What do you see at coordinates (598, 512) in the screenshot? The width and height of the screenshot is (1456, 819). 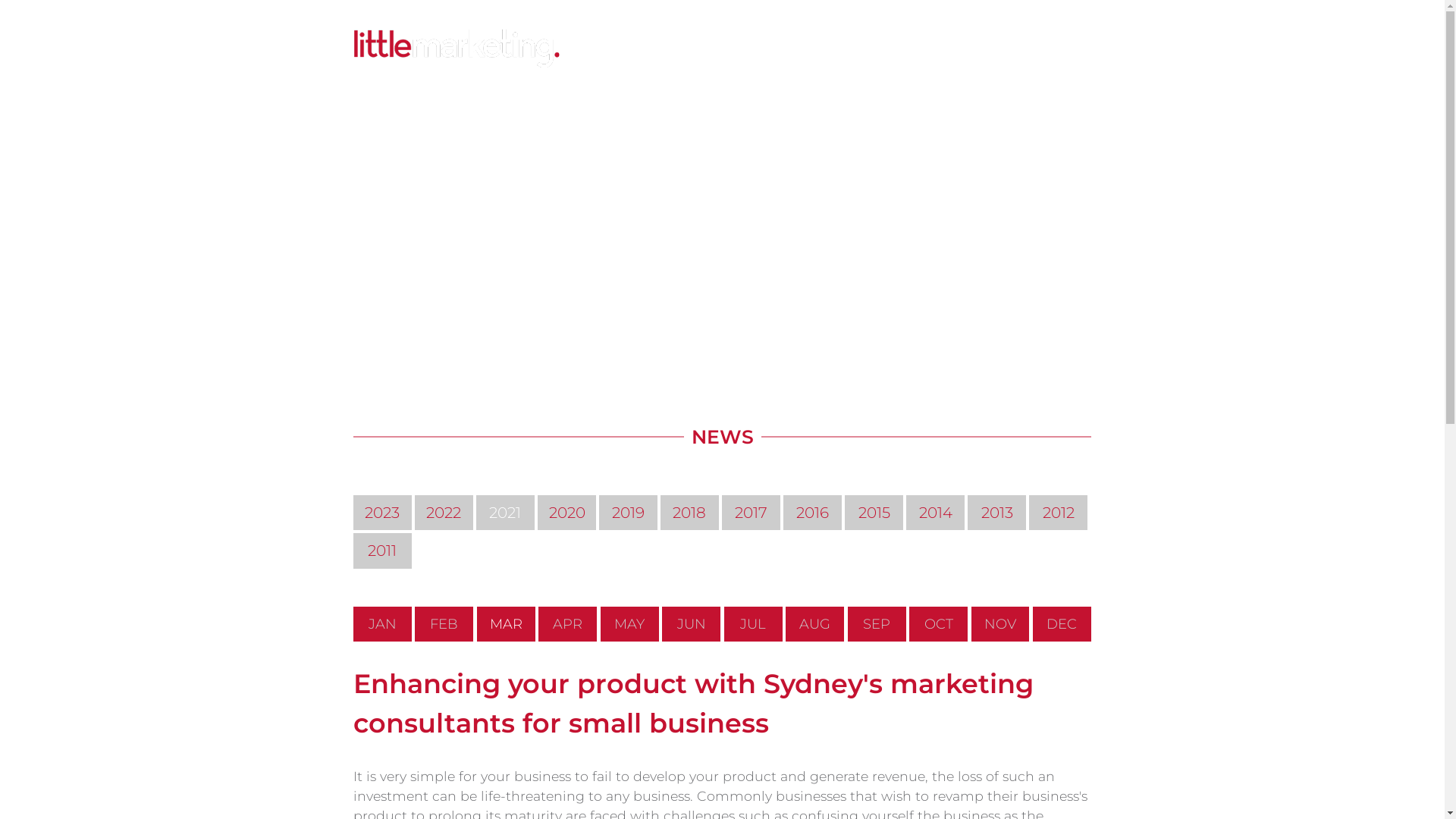 I see `'2019'` at bounding box center [598, 512].